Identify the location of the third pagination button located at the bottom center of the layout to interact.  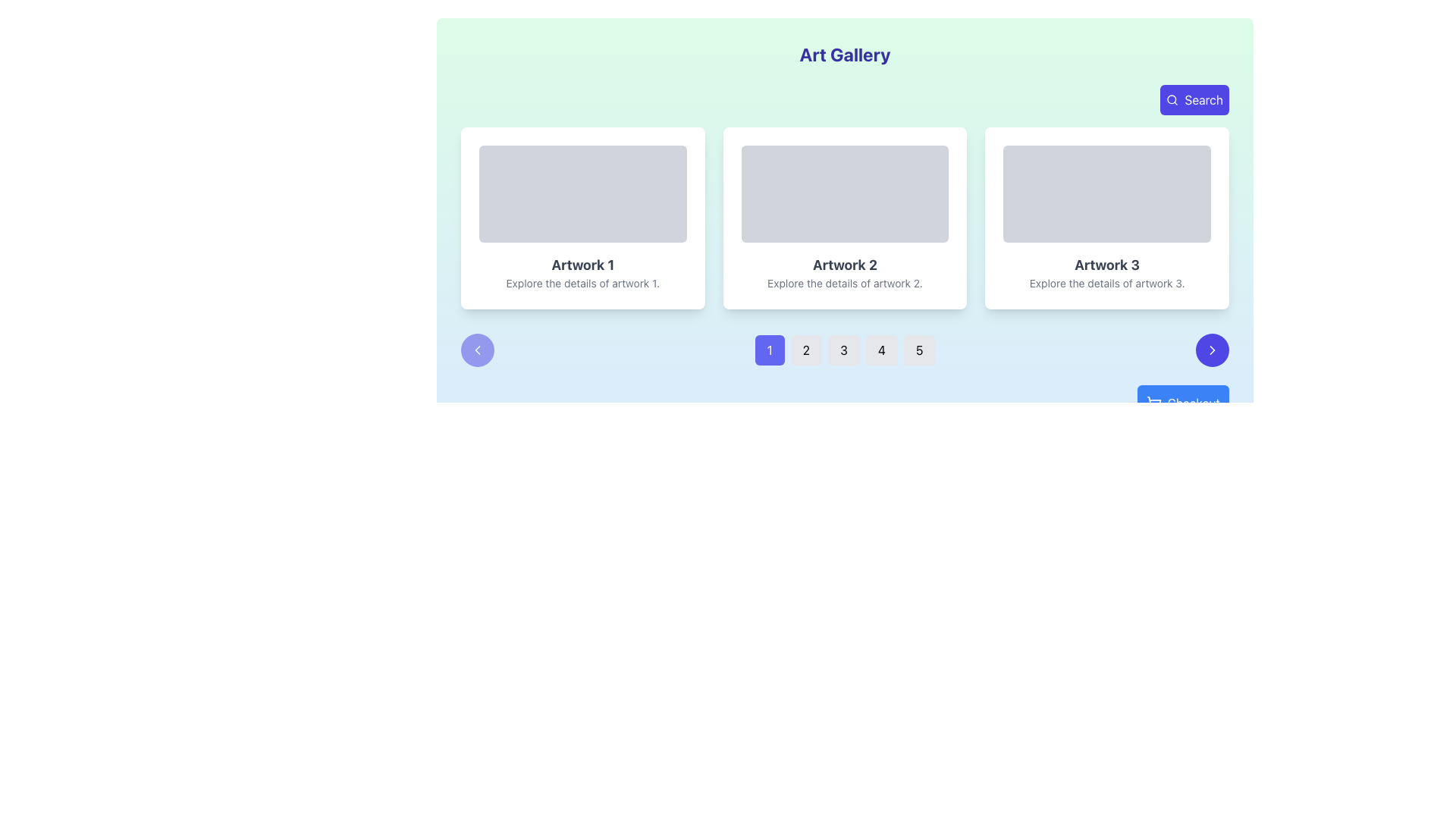
(843, 350).